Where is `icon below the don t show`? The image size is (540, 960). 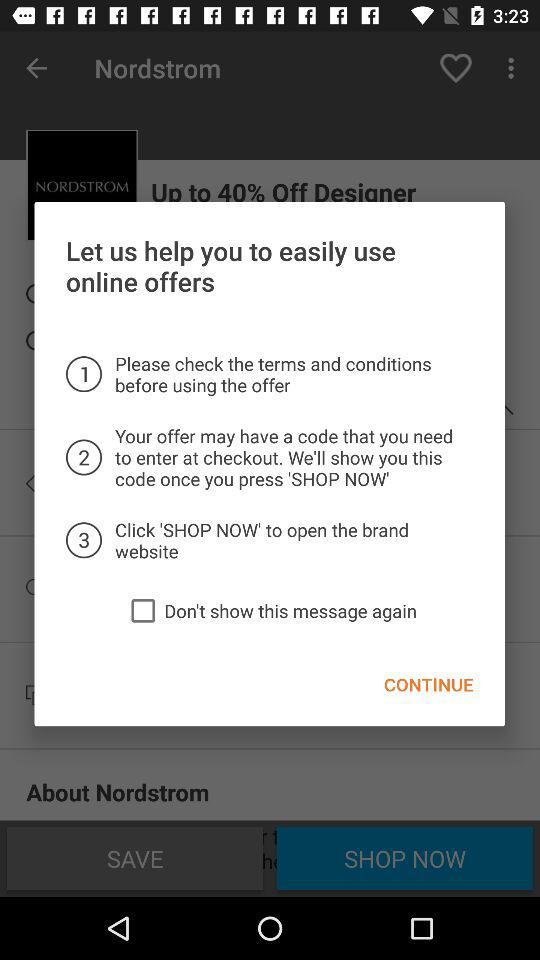
icon below the don t show is located at coordinates (427, 684).